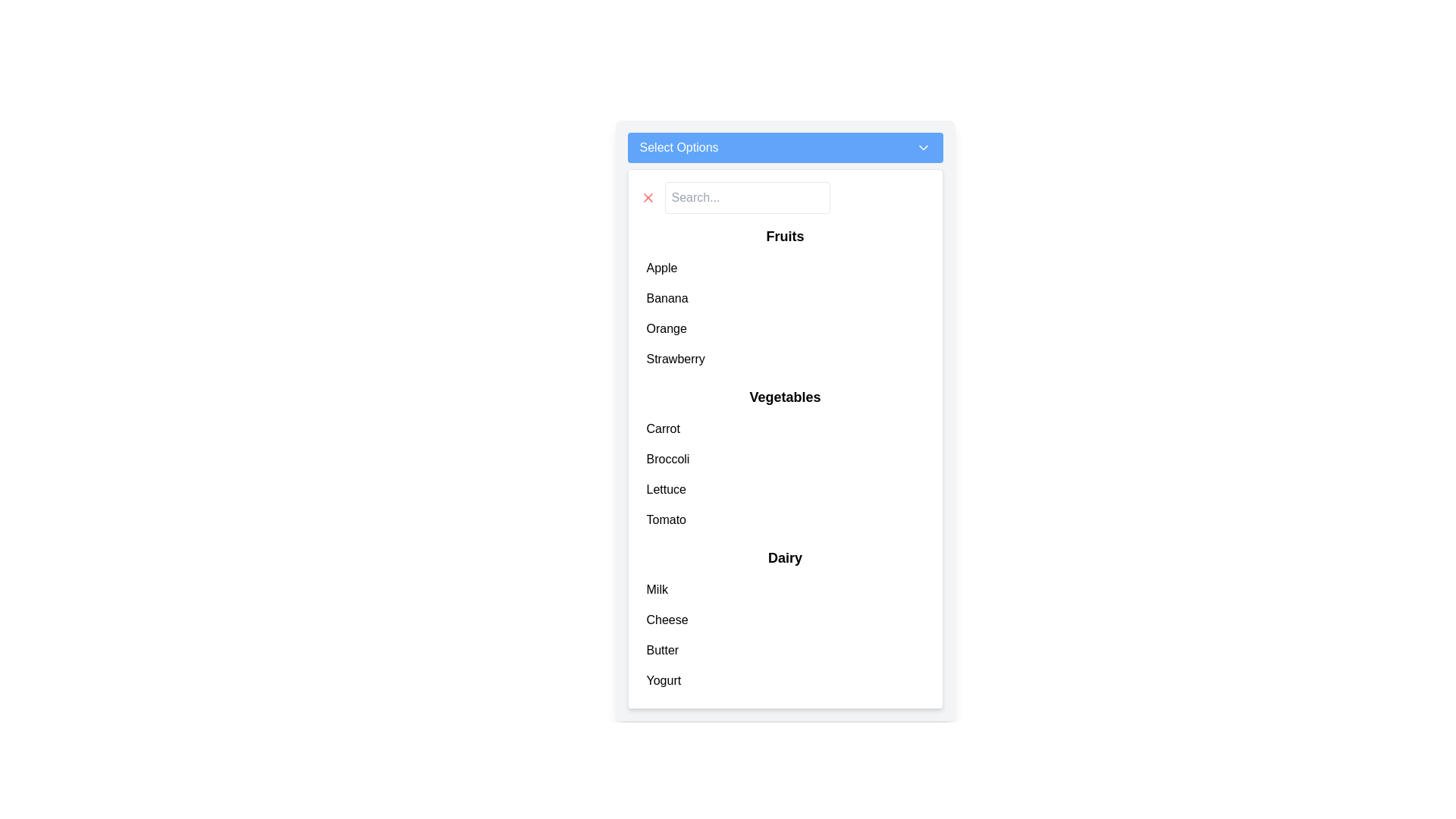  What do you see at coordinates (648, 197) in the screenshot?
I see `the red 'X' shaped close button located to the top-left of the text input field in the dropdown menu` at bounding box center [648, 197].